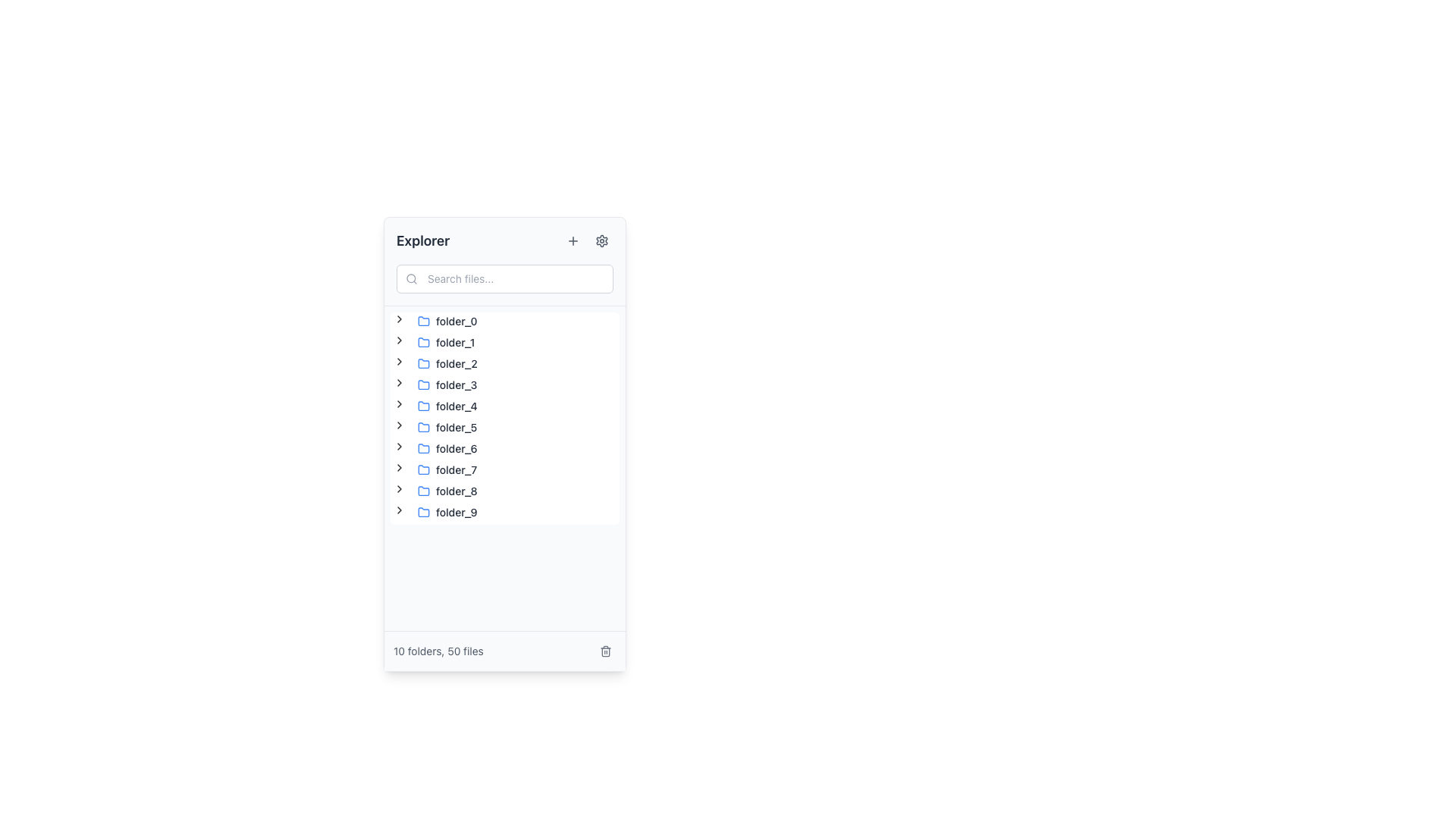 This screenshot has height=819, width=1456. What do you see at coordinates (423, 427) in the screenshot?
I see `the small light blue folder icon located to the left of the text 'folder_5' in the files explorer interface` at bounding box center [423, 427].